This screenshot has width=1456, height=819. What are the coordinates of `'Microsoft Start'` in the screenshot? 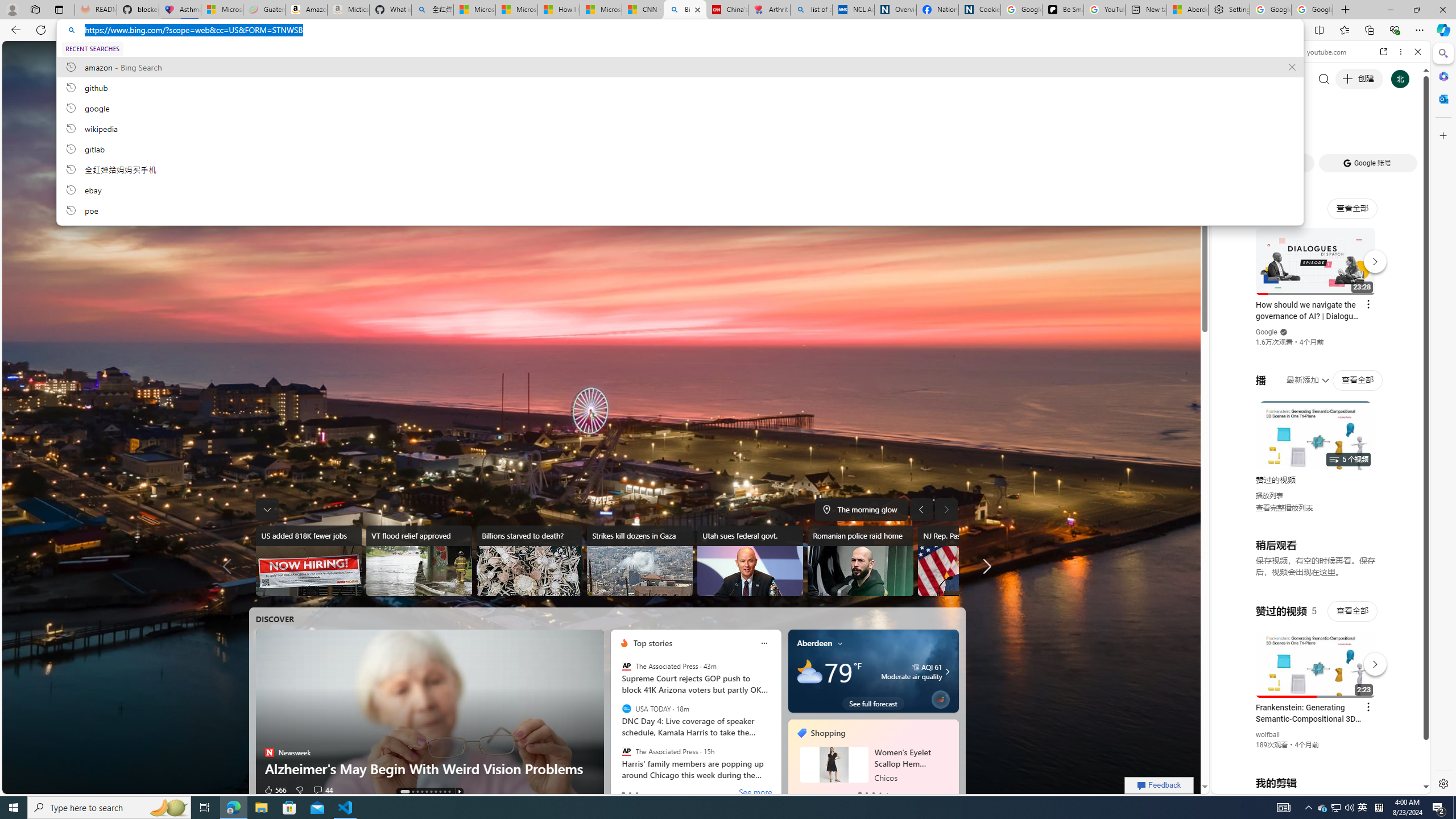 It's located at (600, 9).